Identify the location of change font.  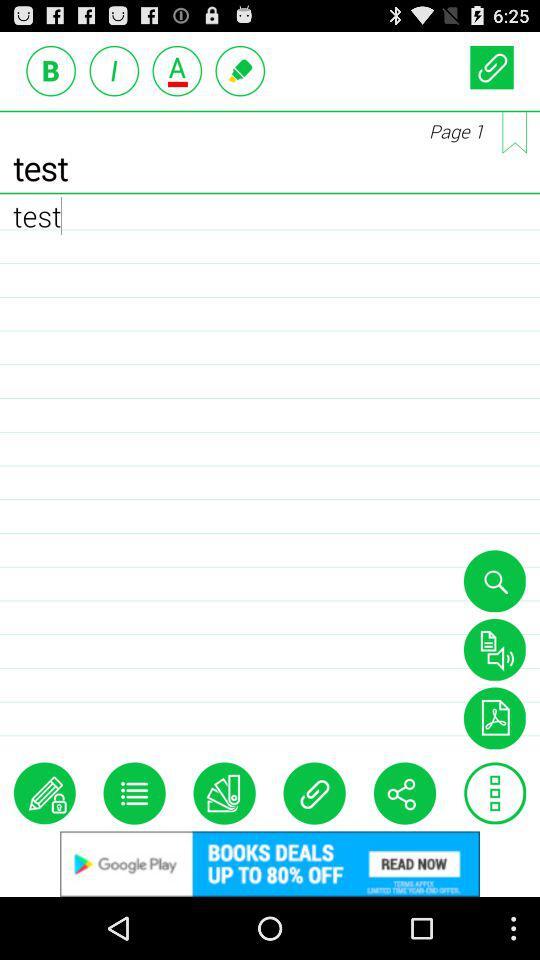
(177, 70).